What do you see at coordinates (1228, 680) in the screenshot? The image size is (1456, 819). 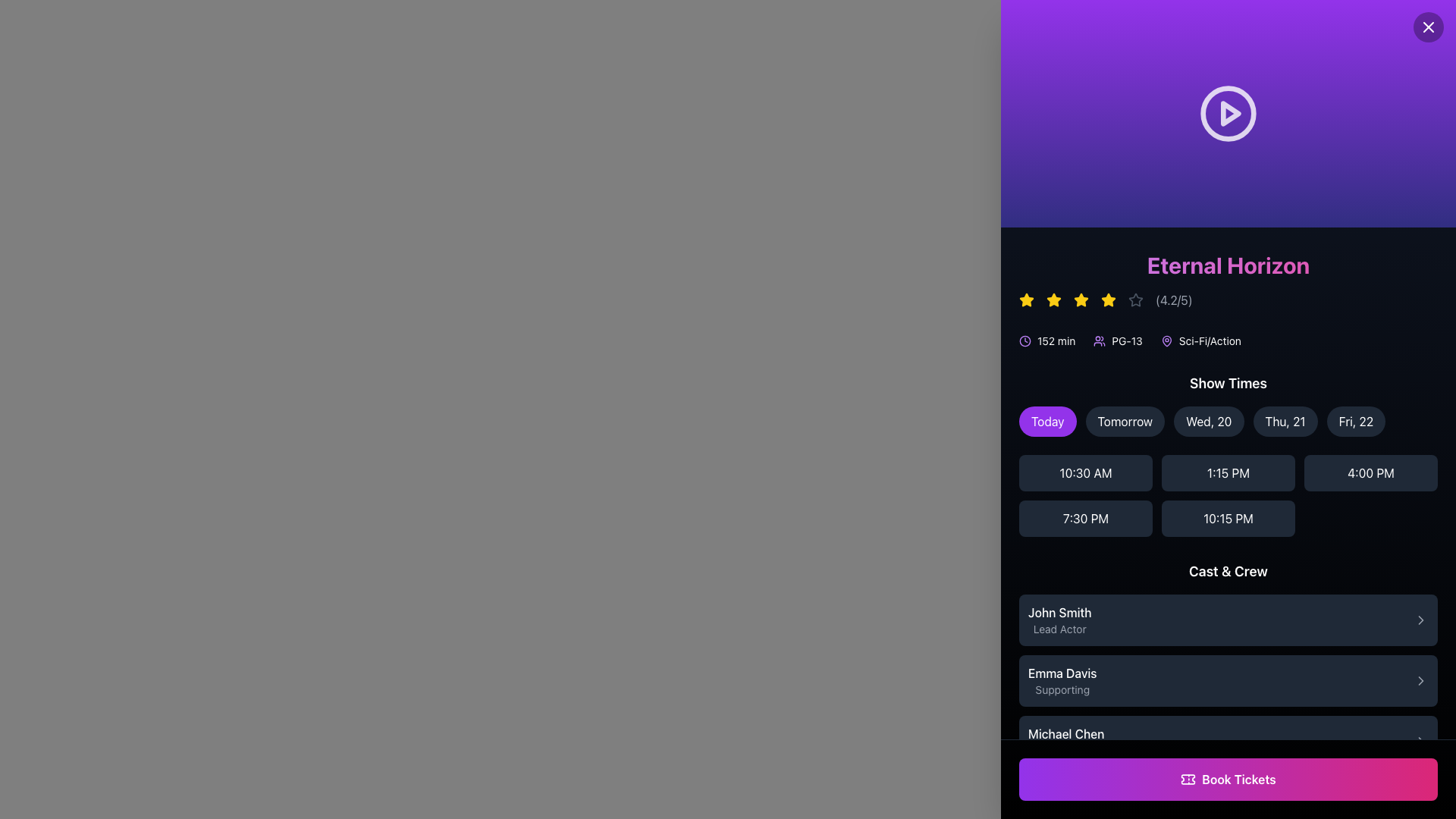 I see `the Interactive List Item that displays 'Emma Davis' as 'Supporting', located in the 'Cast & Crew' list, positioned centrally below 'John Smith | Lead Actor'` at bounding box center [1228, 680].